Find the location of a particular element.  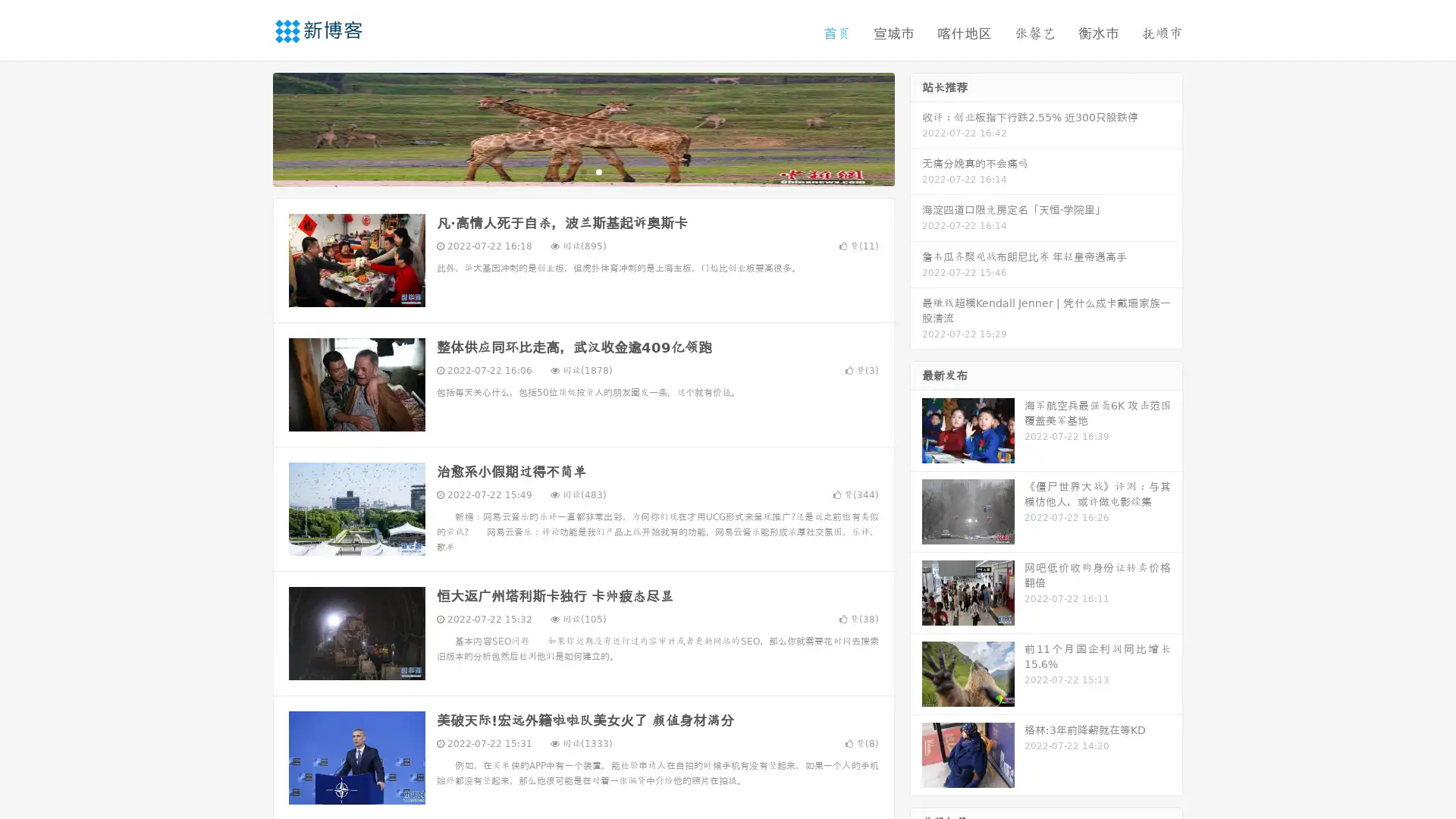

Go to slide 3 is located at coordinates (598, 171).